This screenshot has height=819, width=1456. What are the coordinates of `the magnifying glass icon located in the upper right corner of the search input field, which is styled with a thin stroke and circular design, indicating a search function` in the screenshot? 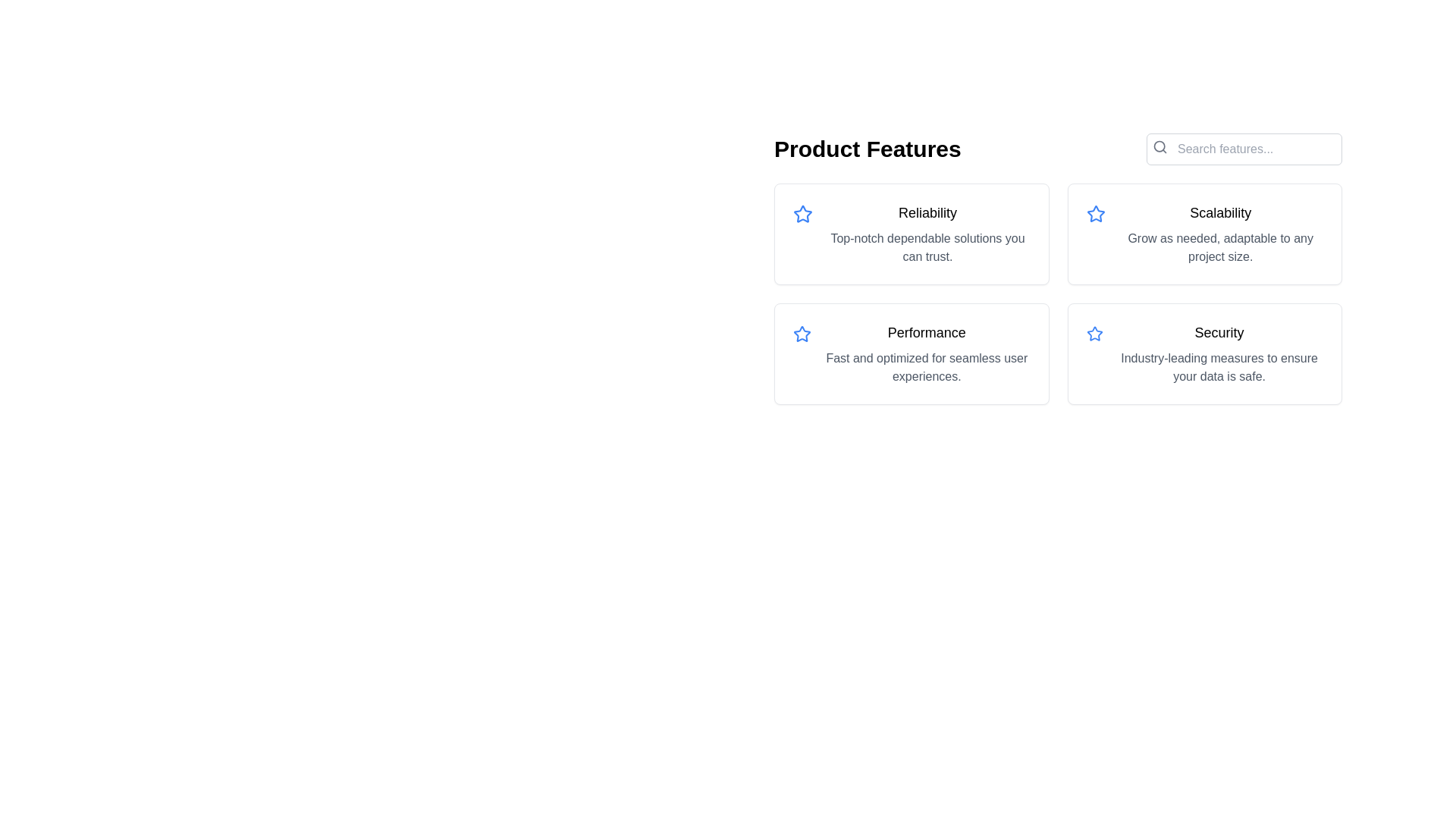 It's located at (1159, 146).